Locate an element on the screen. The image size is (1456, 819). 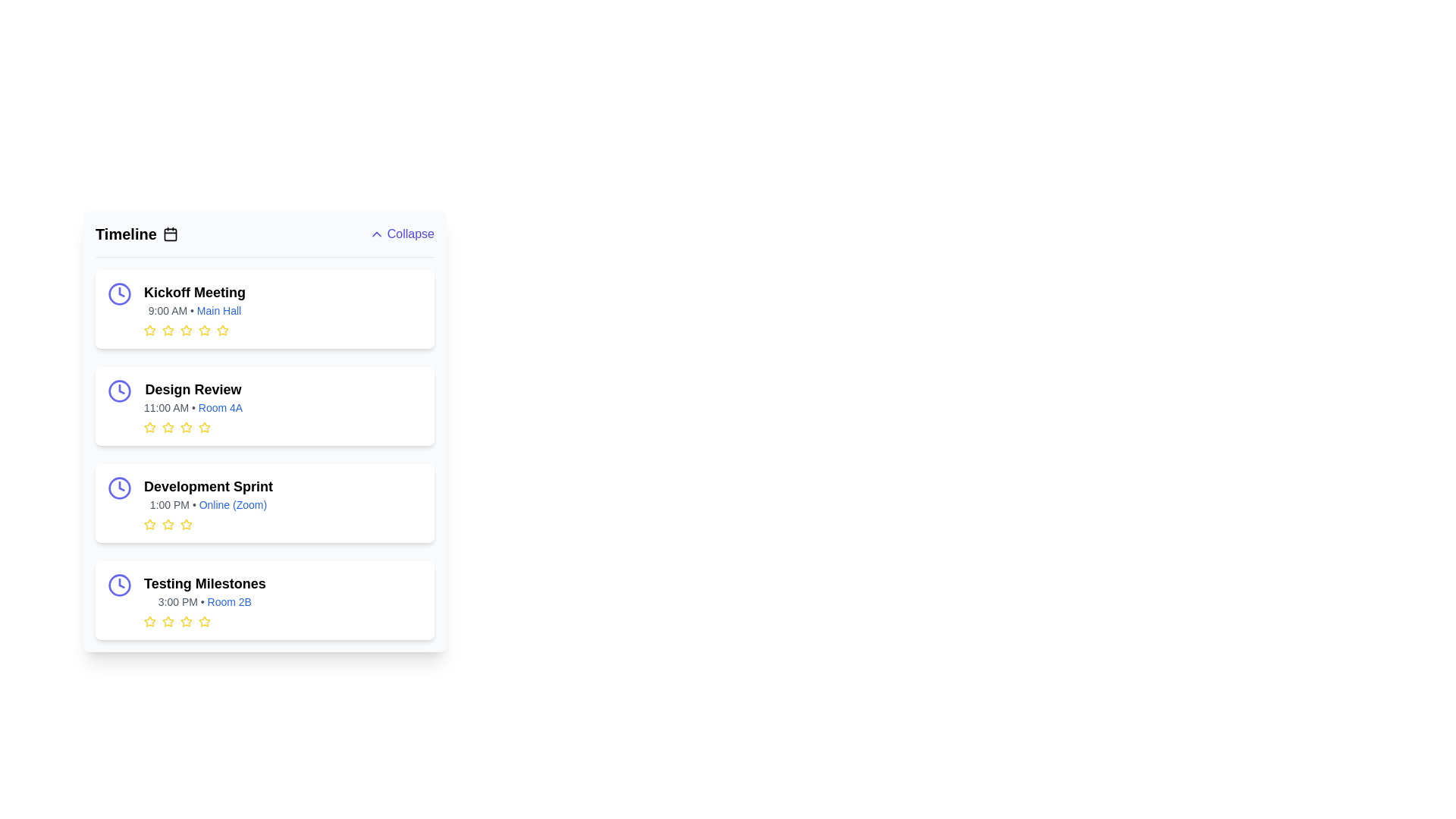
the last star icon with a yellow outline under the 'Testing Milestones' list item is located at coordinates (203, 622).